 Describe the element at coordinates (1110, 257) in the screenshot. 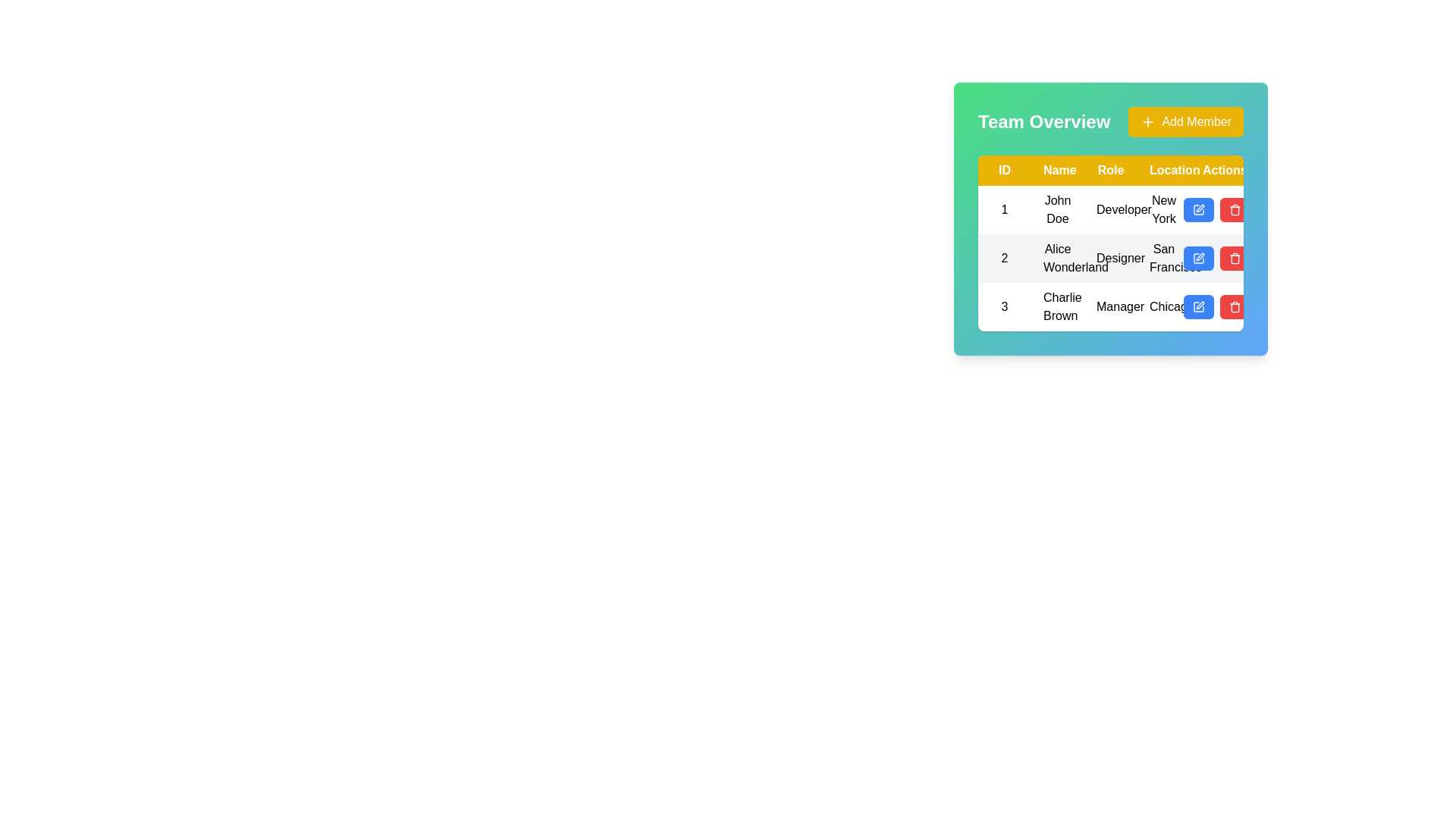

I see `the static text displaying the role 'Designer' for 'Alice Wonderland' in the table` at that location.